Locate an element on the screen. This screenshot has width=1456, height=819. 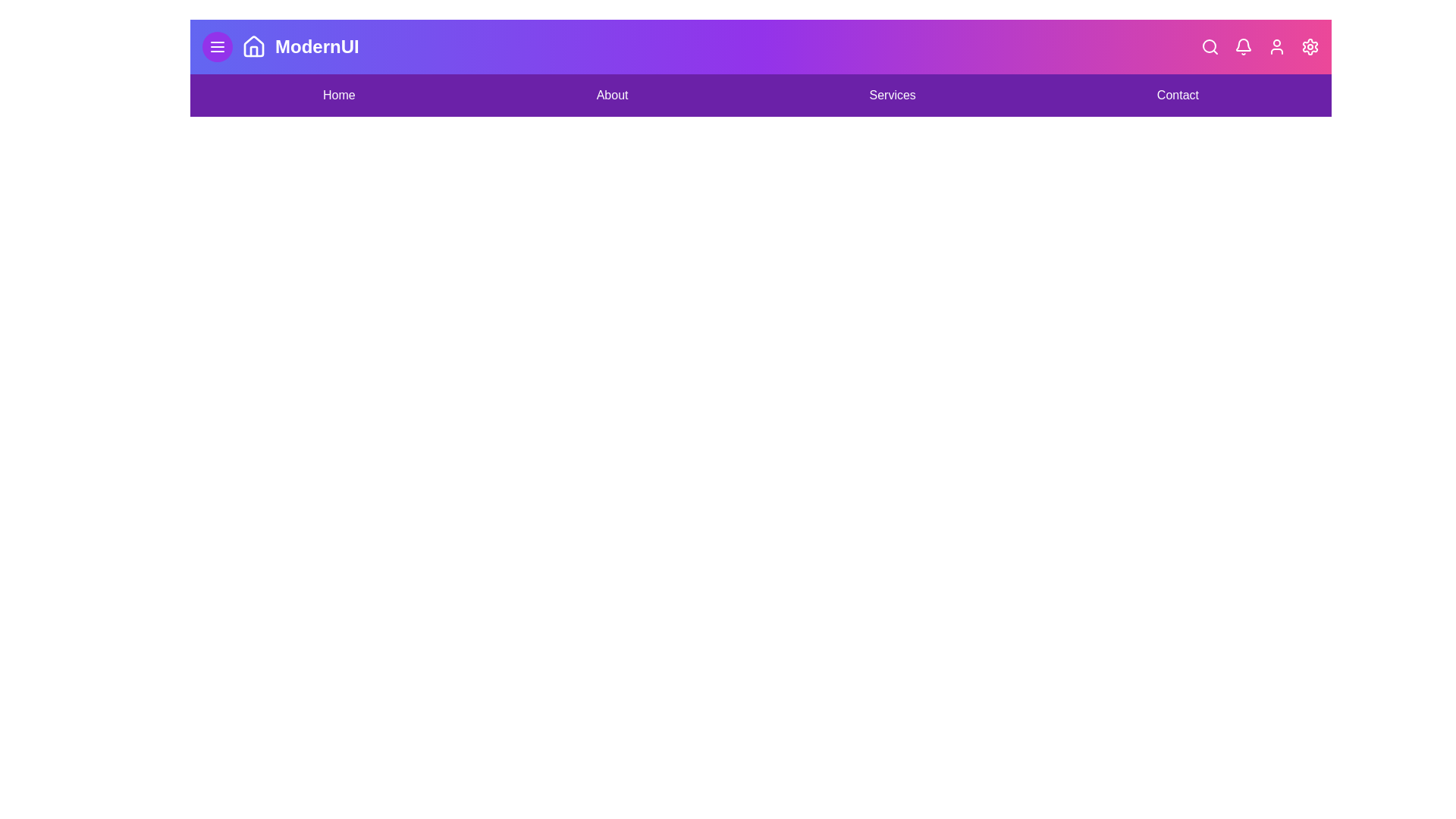
the navigation link labeled Services to navigate to the corresponding section is located at coordinates (893, 96).